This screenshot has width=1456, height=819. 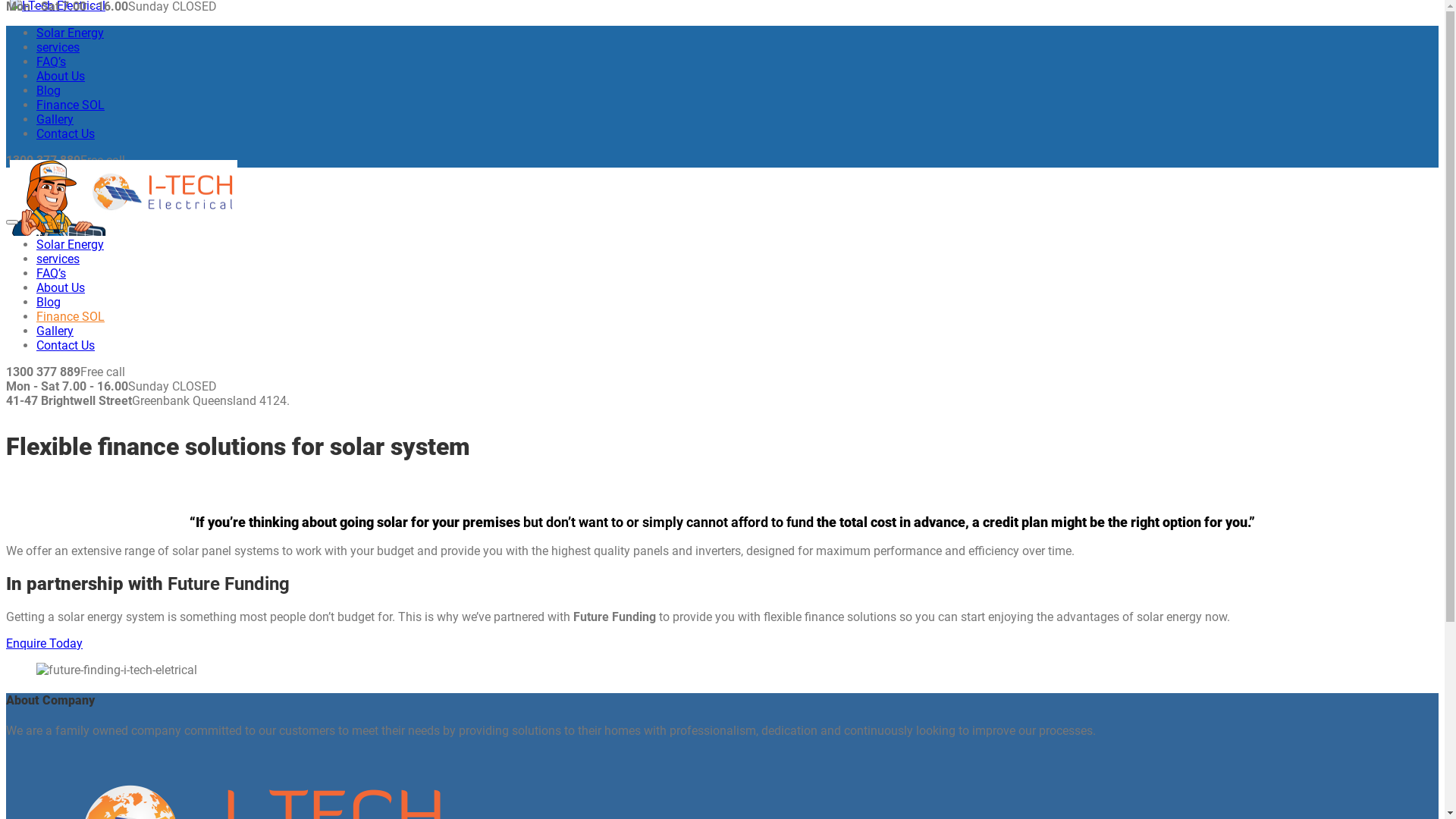 I want to click on 'Finance SOL', so click(x=69, y=104).